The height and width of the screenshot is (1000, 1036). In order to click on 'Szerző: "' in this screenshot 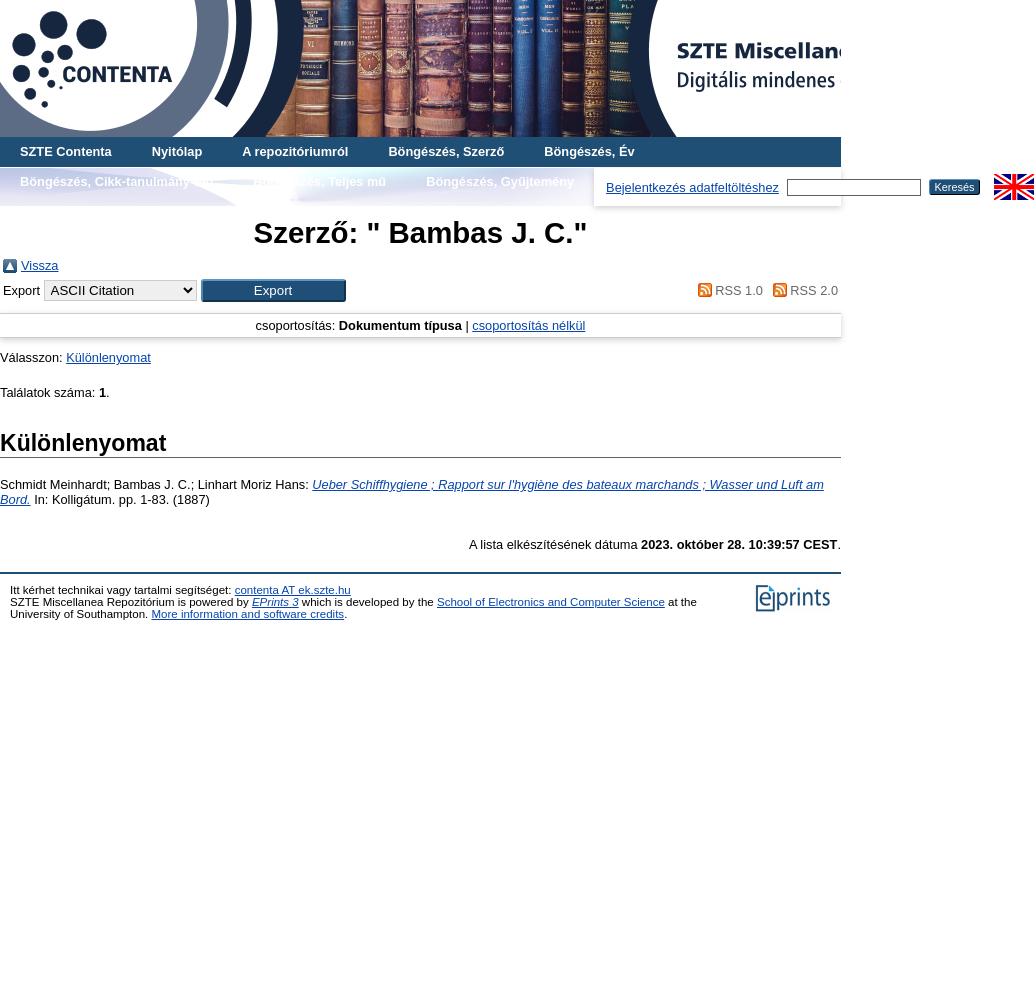, I will do `click(316, 231)`.